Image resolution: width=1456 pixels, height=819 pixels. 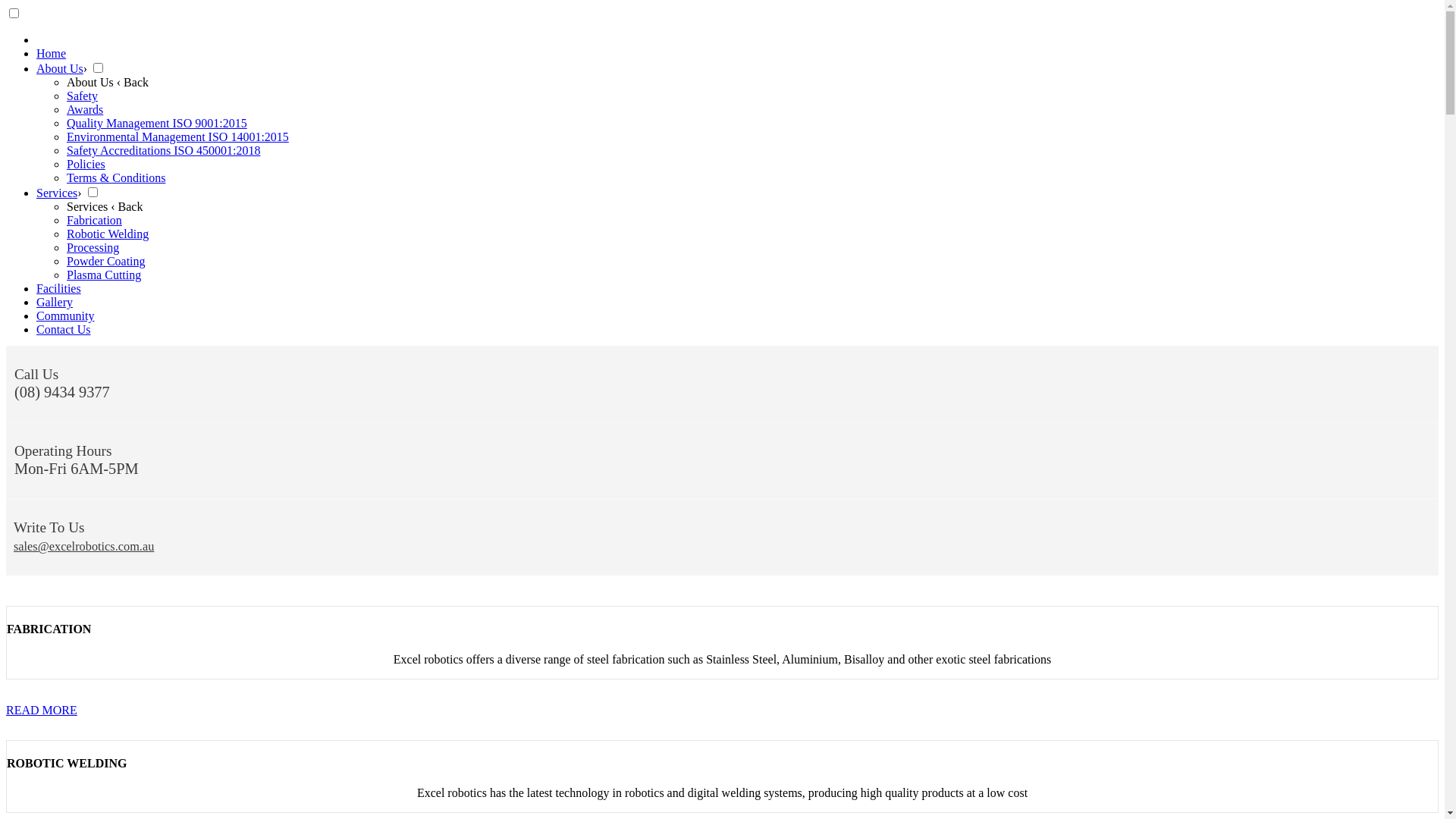 What do you see at coordinates (36, 328) in the screenshot?
I see `'Contact Us'` at bounding box center [36, 328].